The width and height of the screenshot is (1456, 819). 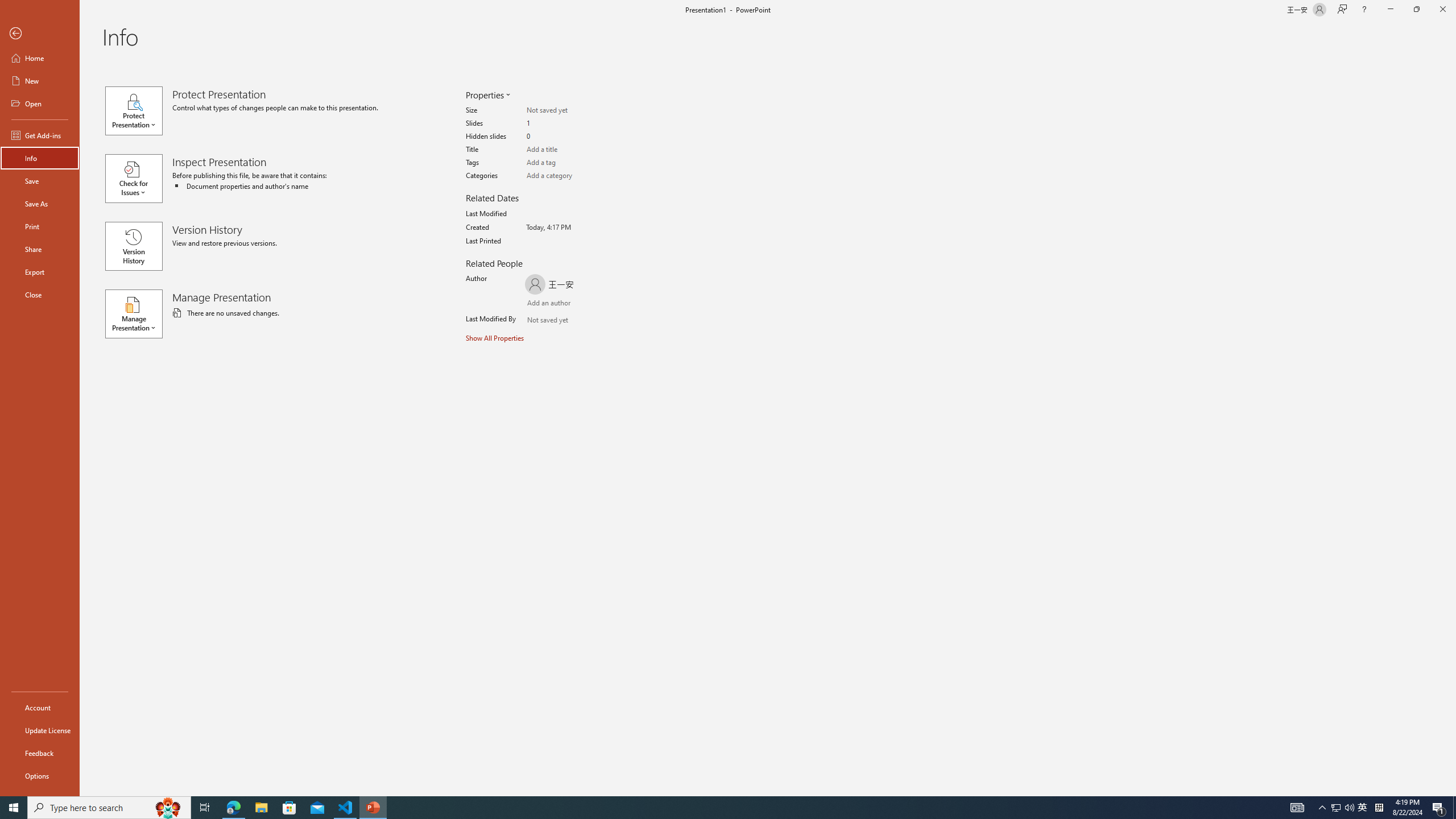 What do you see at coordinates (39, 753) in the screenshot?
I see `'Feedback'` at bounding box center [39, 753].